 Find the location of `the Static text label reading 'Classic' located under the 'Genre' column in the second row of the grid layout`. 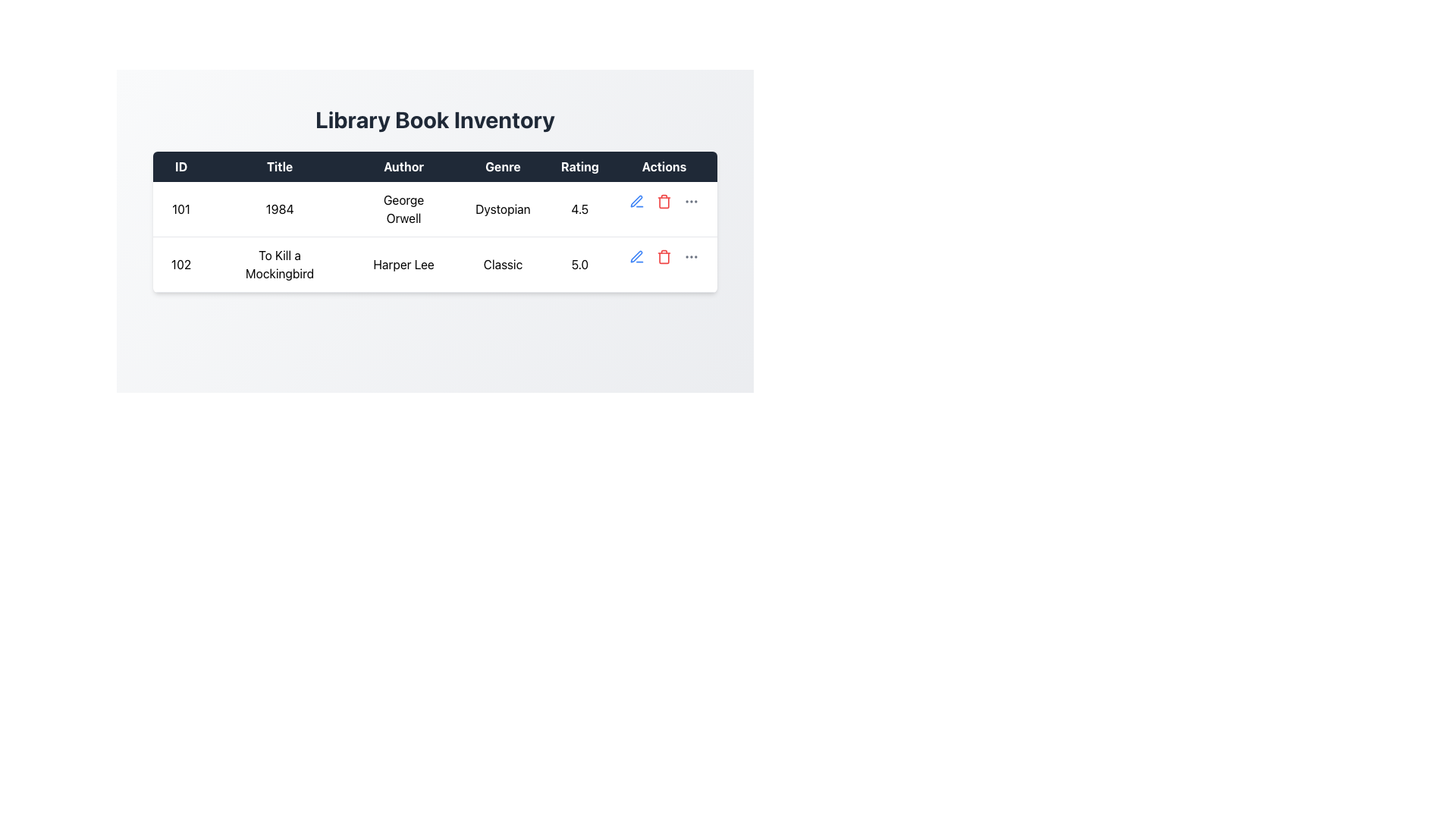

the Static text label reading 'Classic' located under the 'Genre' column in the second row of the grid layout is located at coordinates (503, 263).